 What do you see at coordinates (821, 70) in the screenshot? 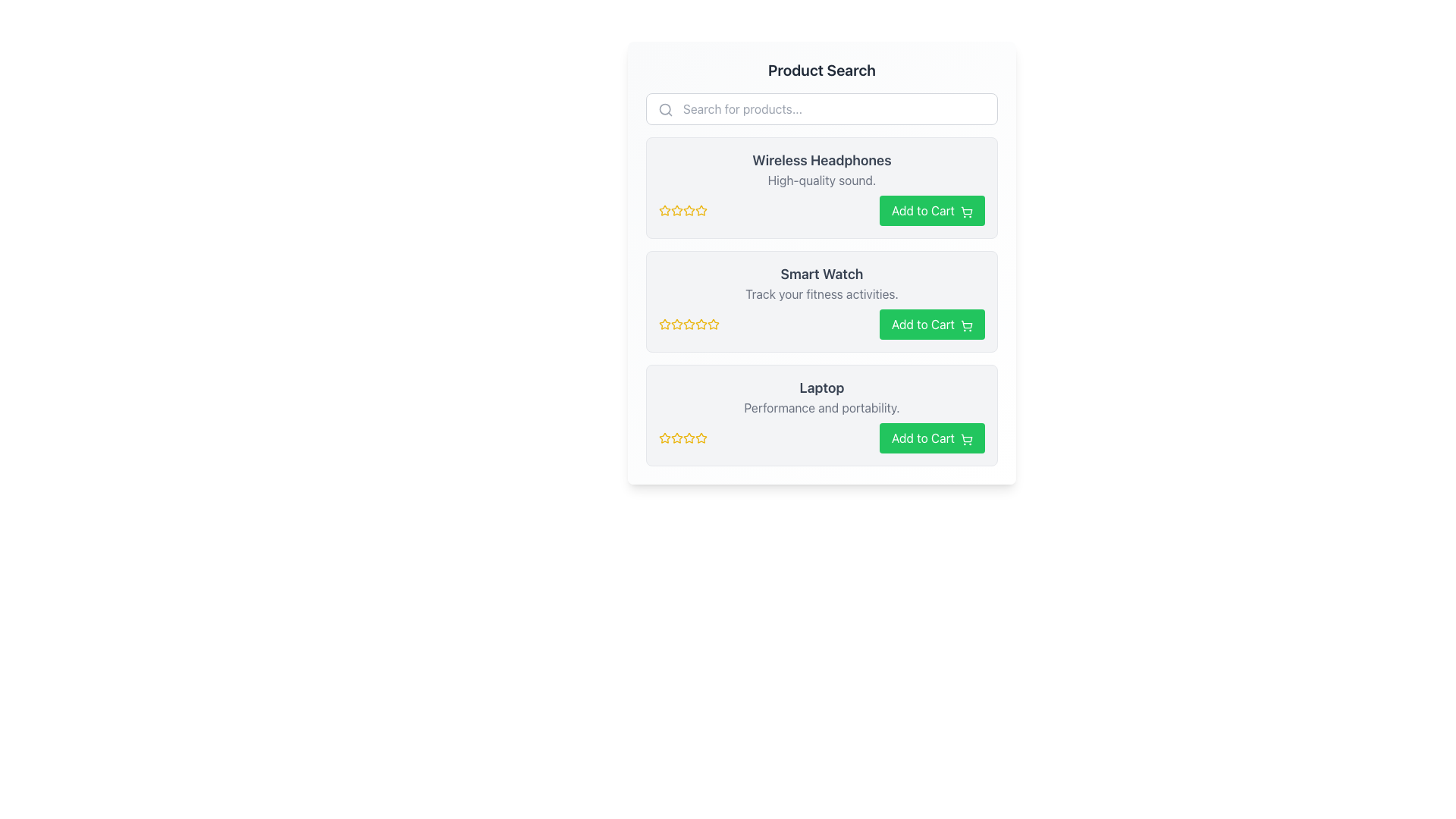
I see `the section based on the bold` at bounding box center [821, 70].